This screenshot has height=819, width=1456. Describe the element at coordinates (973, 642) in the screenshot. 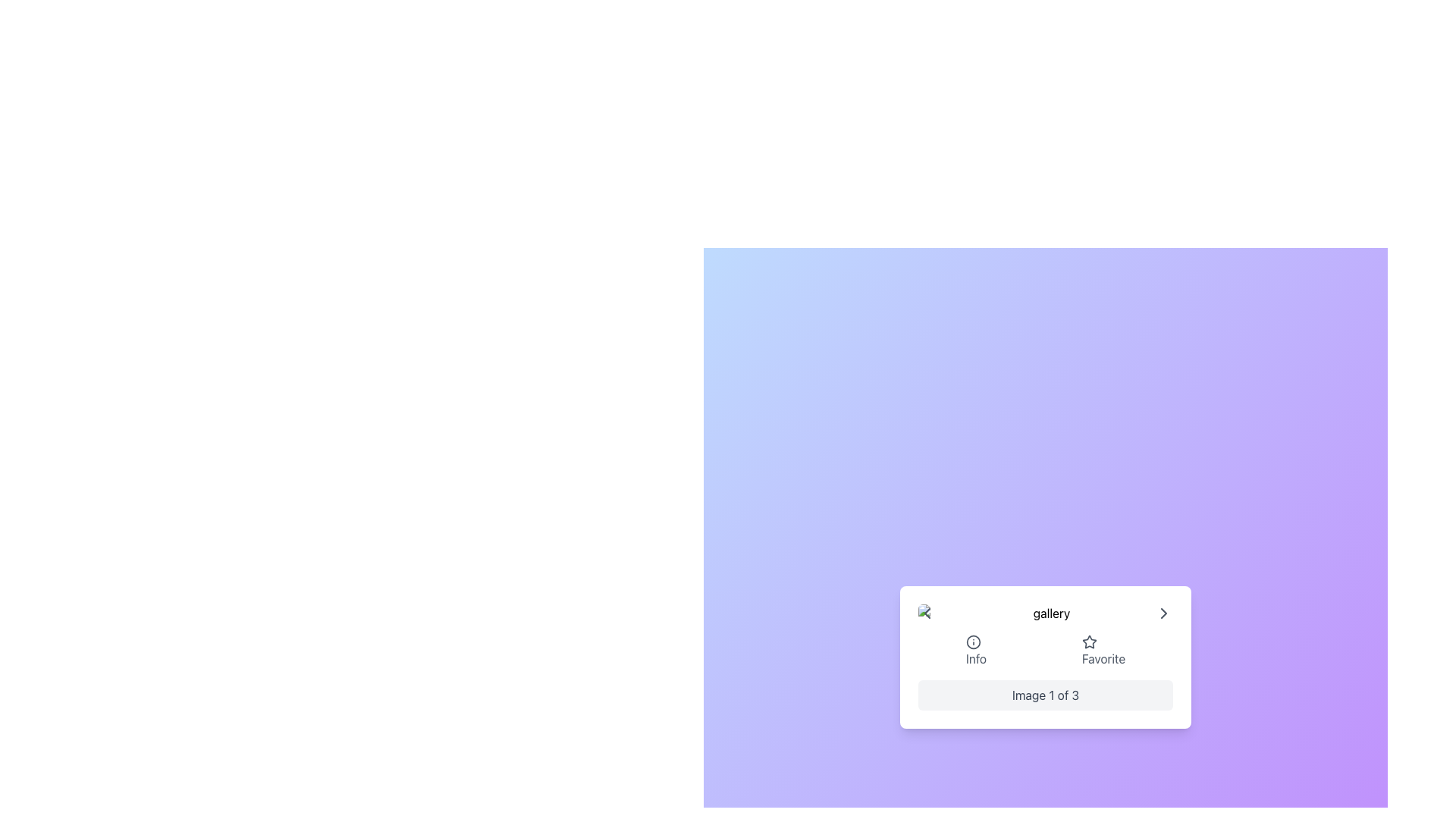

I see `the circular information icon with an 'i' symbol located in the lower-left of the modal box labeled 'Info'` at that location.